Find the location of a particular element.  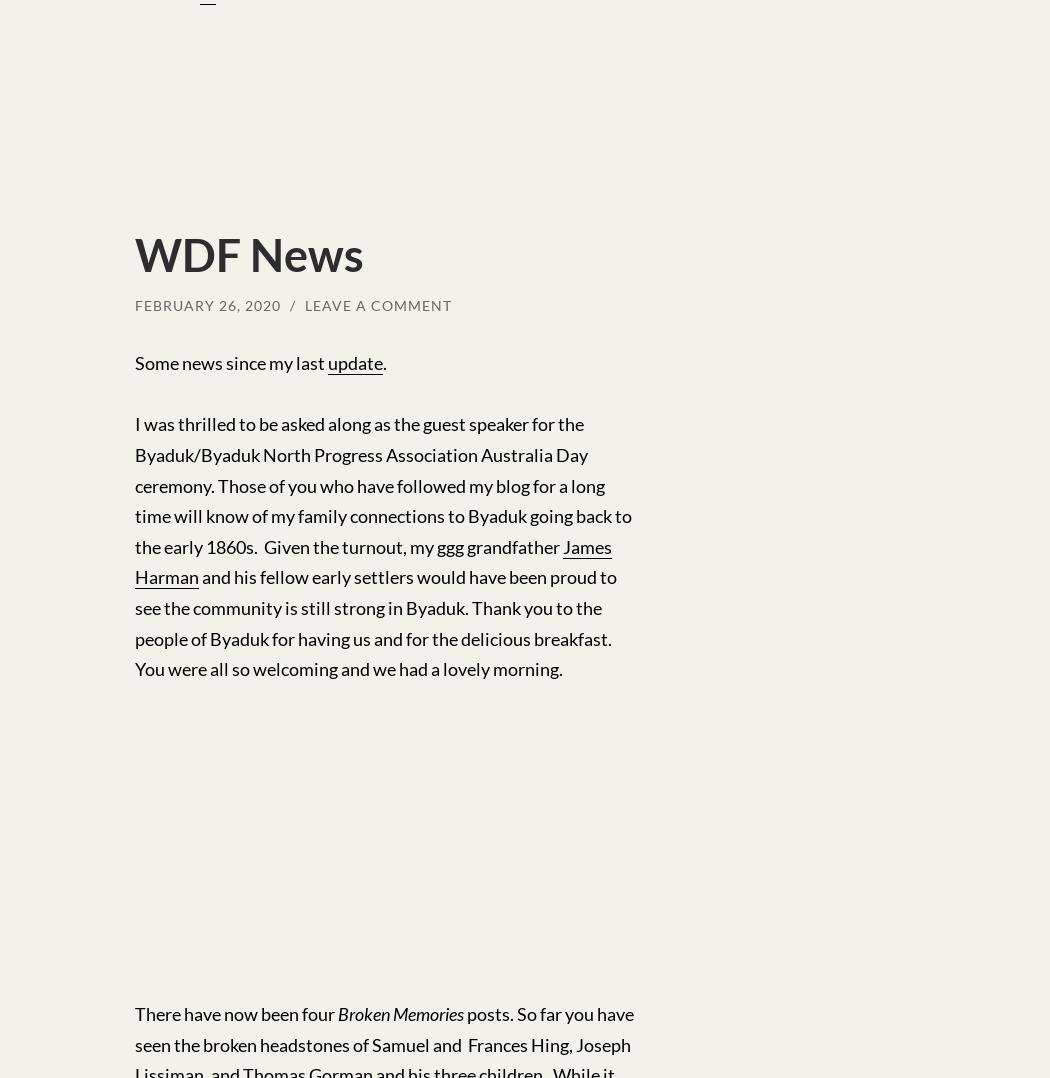

'/' is located at coordinates (289, 304).